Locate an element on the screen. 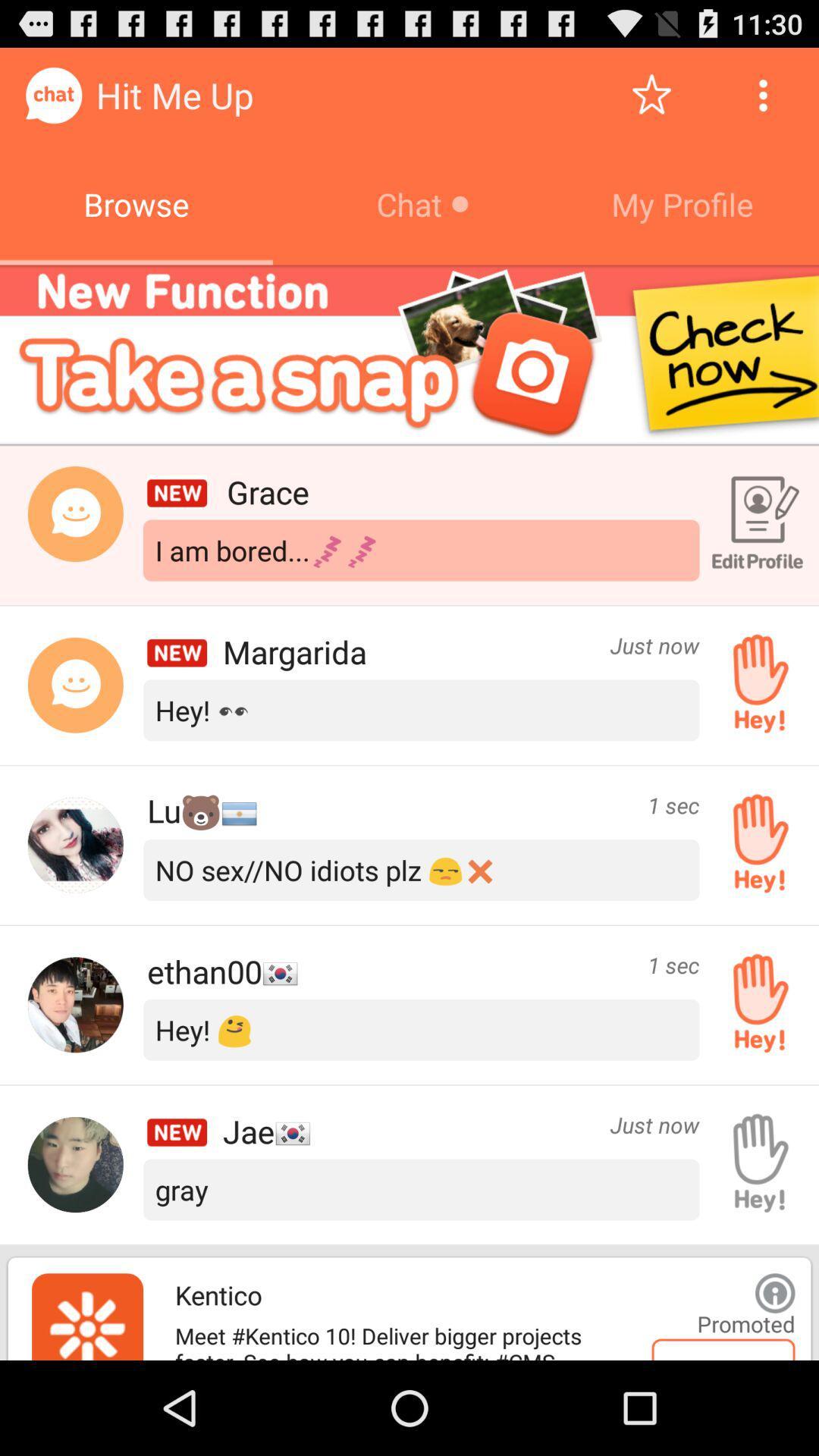 The image size is (819, 1456). open advertisement is located at coordinates (409, 354).